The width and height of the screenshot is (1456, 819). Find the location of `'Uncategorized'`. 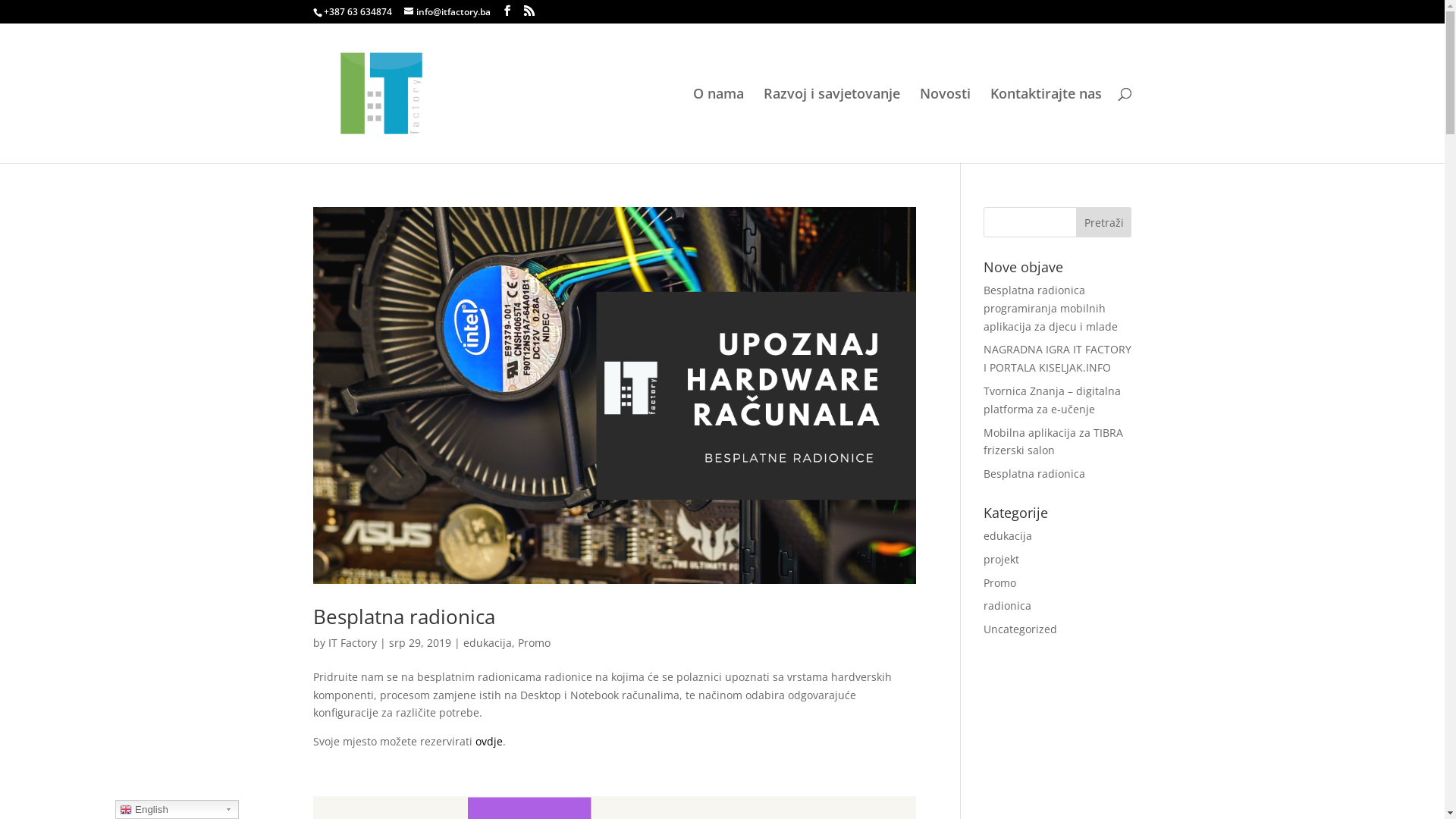

'Uncategorized' is located at coordinates (1020, 629).